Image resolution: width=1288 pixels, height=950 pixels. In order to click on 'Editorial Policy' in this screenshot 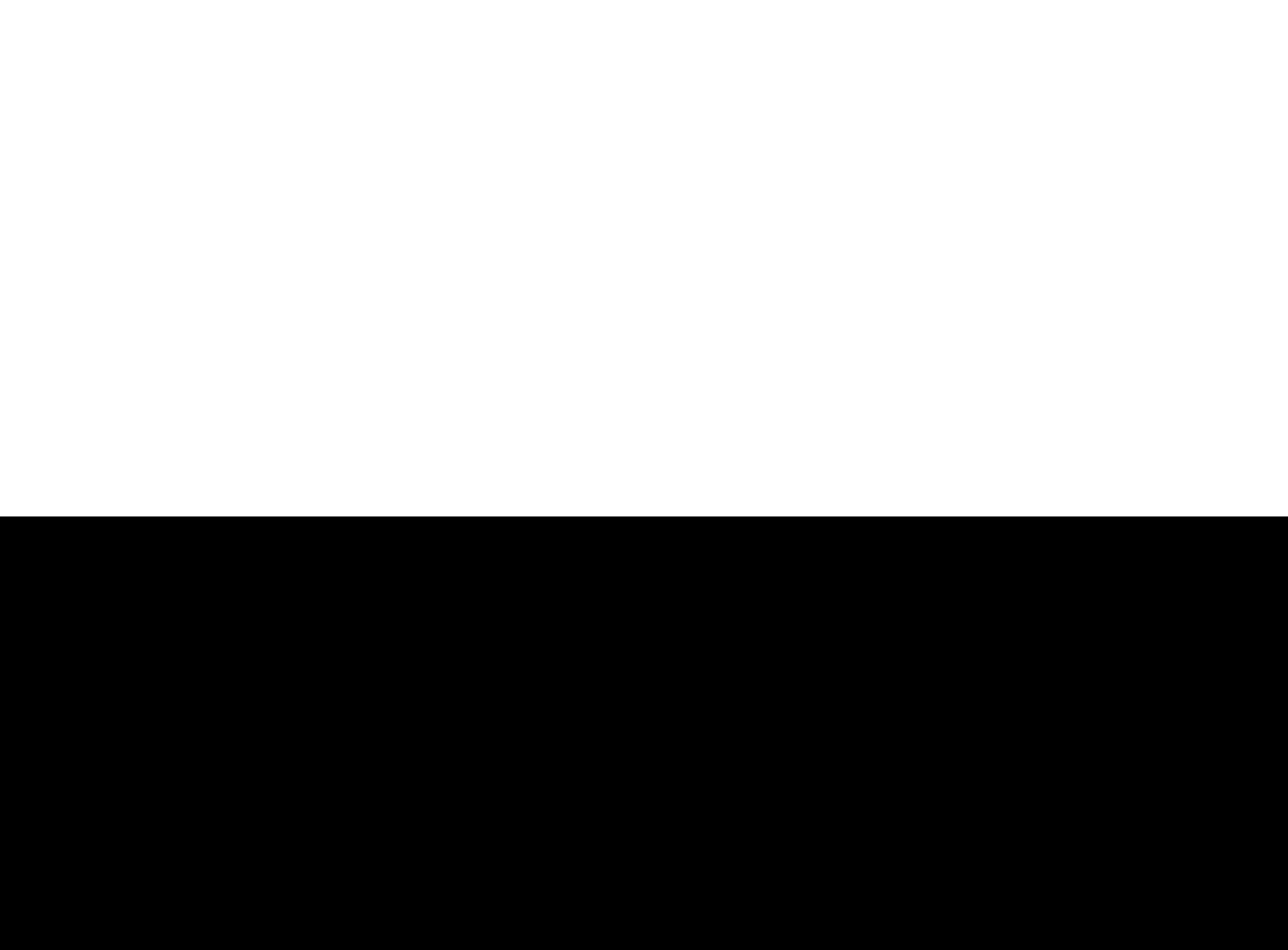, I will do `click(986, 739)`.